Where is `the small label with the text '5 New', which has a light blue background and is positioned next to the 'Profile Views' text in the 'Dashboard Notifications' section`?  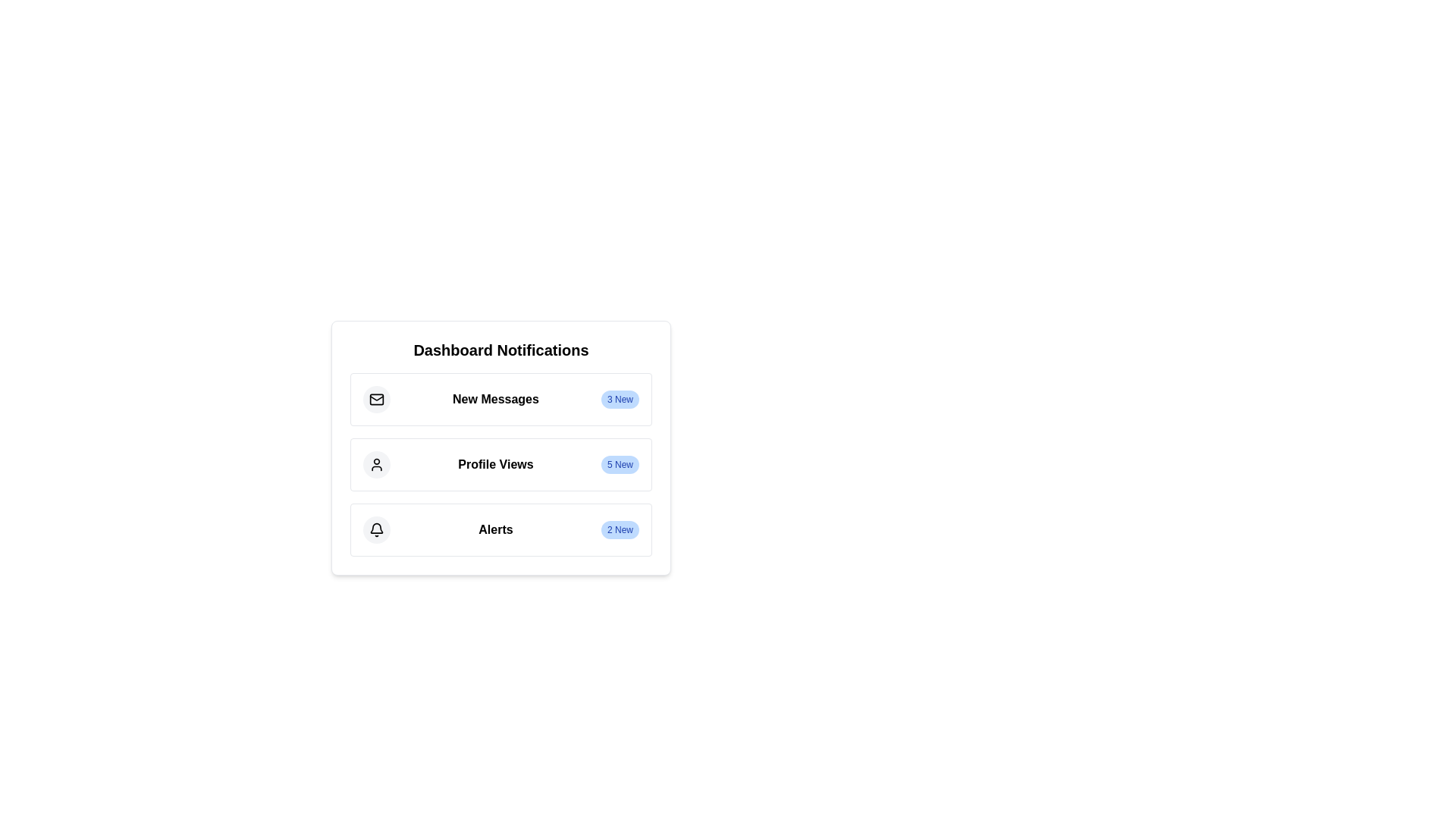
the small label with the text '5 New', which has a light blue background and is positioned next to the 'Profile Views' text in the 'Dashboard Notifications' section is located at coordinates (620, 464).